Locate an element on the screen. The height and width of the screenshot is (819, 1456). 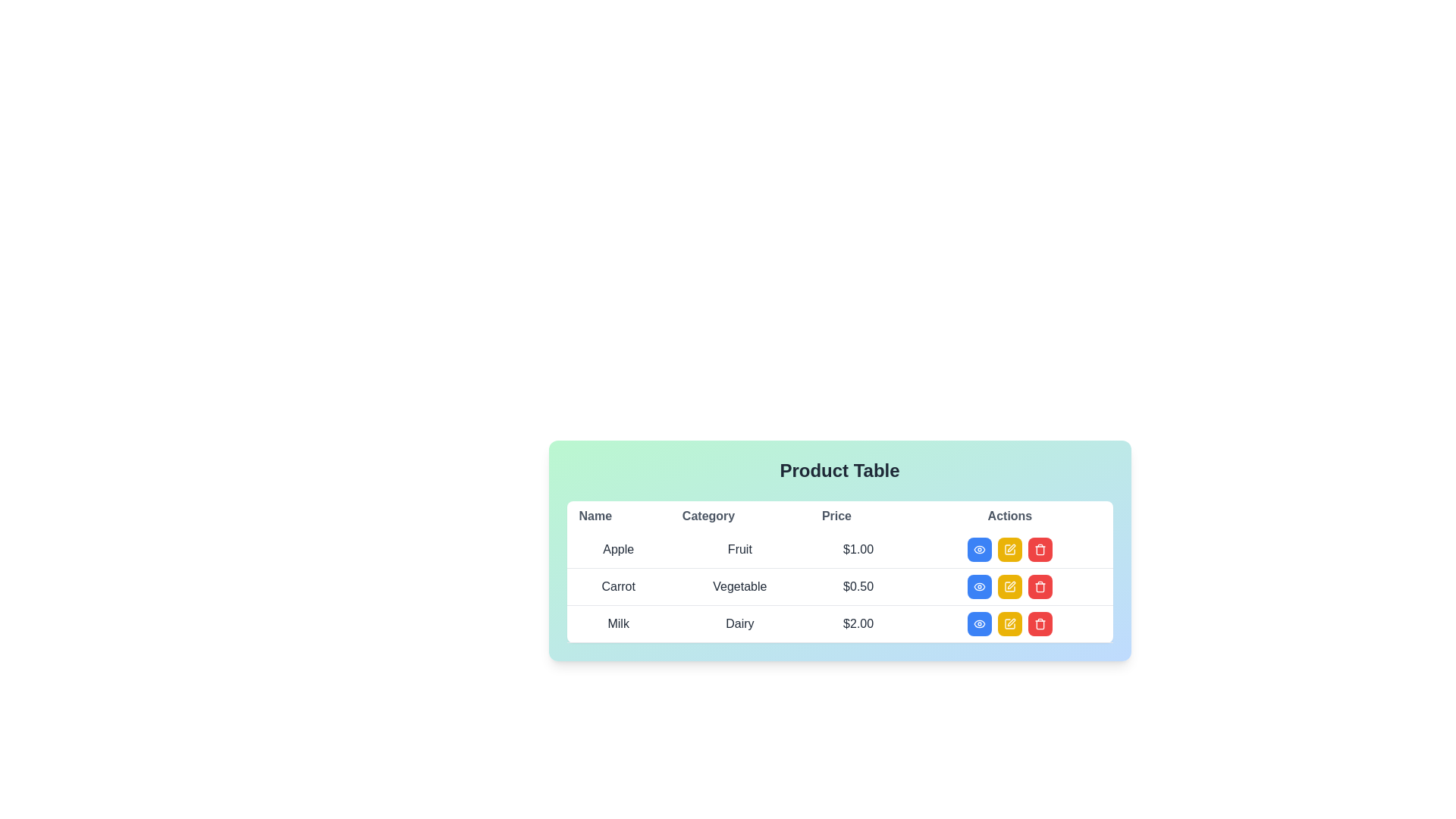
the arc-shaped icon in the 'Actions' column of the last row in the 'Product Table' is located at coordinates (979, 623).